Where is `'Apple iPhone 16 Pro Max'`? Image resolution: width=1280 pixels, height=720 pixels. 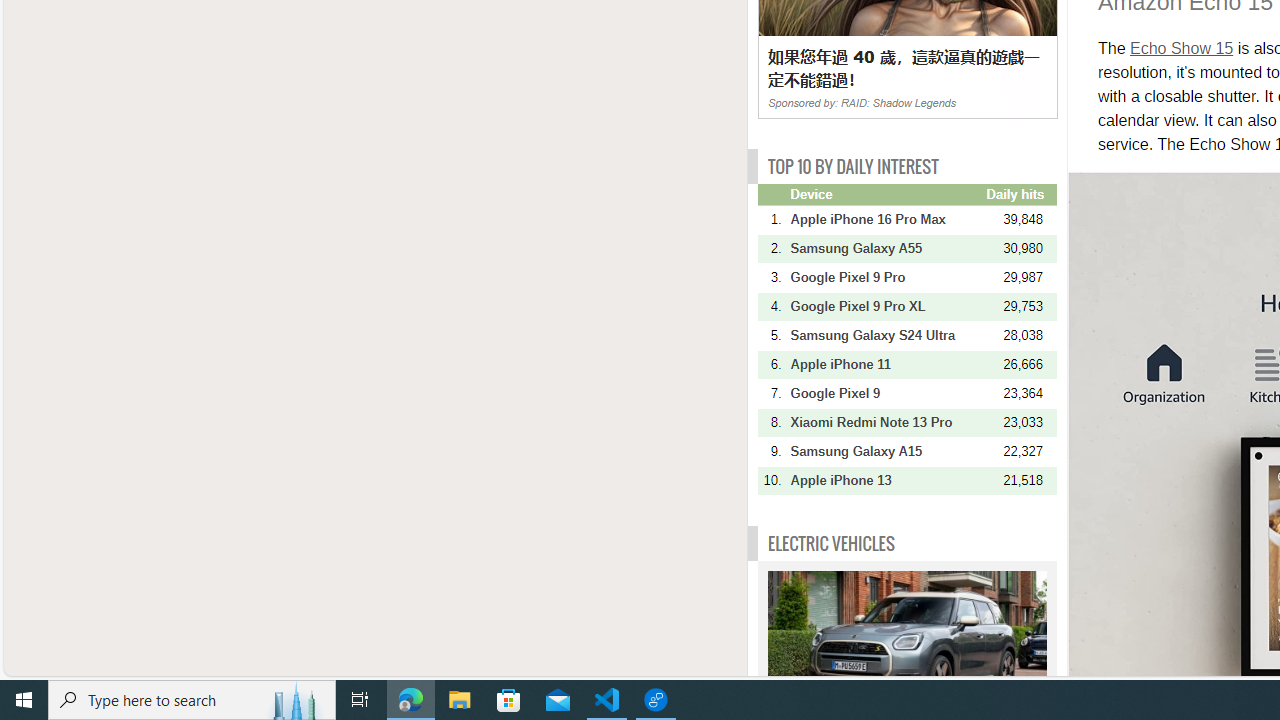 'Apple iPhone 16 Pro Max' is located at coordinates (885, 219).